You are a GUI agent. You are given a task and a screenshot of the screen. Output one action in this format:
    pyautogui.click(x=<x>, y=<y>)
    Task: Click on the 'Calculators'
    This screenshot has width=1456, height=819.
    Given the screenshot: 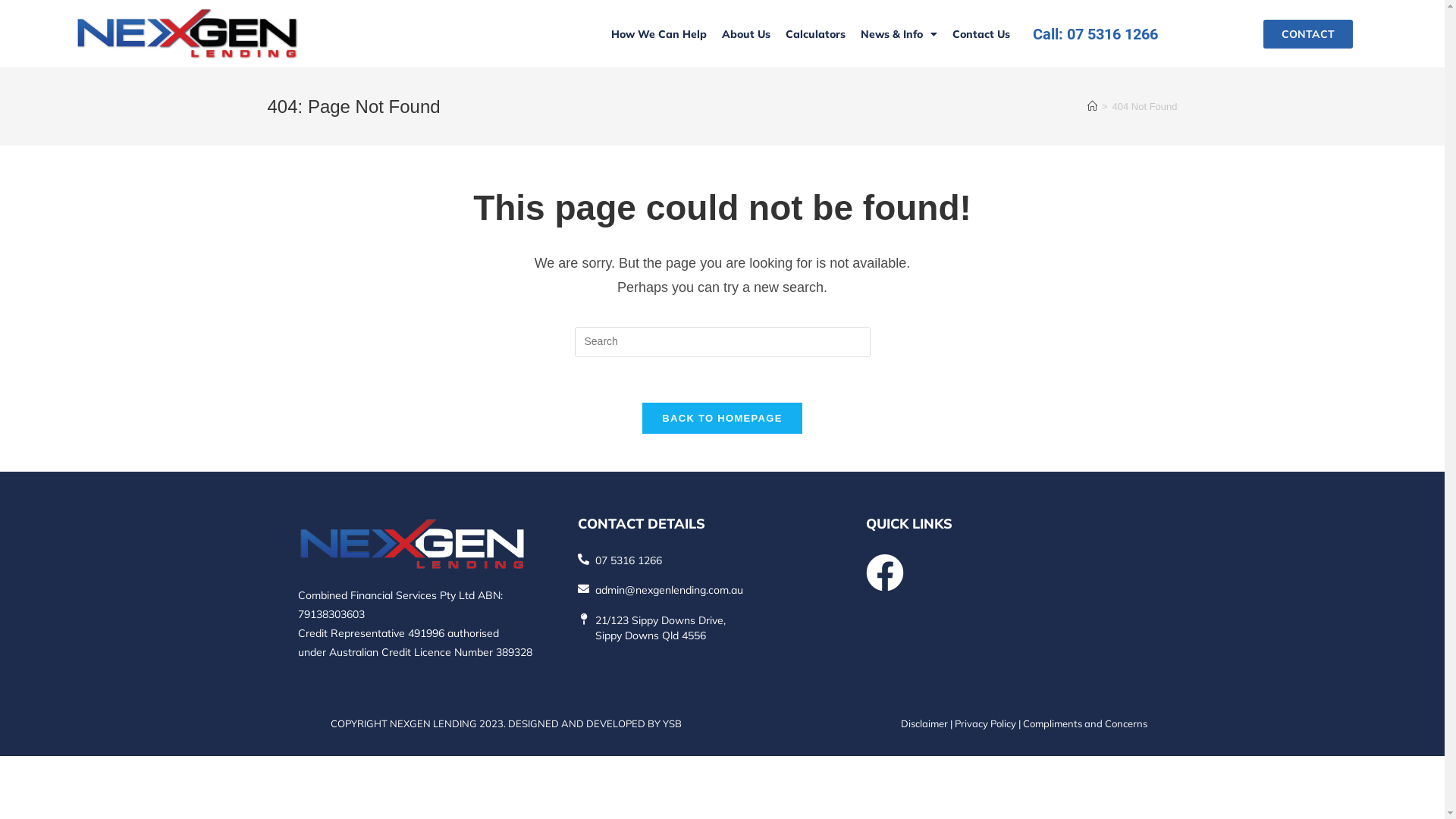 What is the action you would take?
    pyautogui.click(x=778, y=34)
    